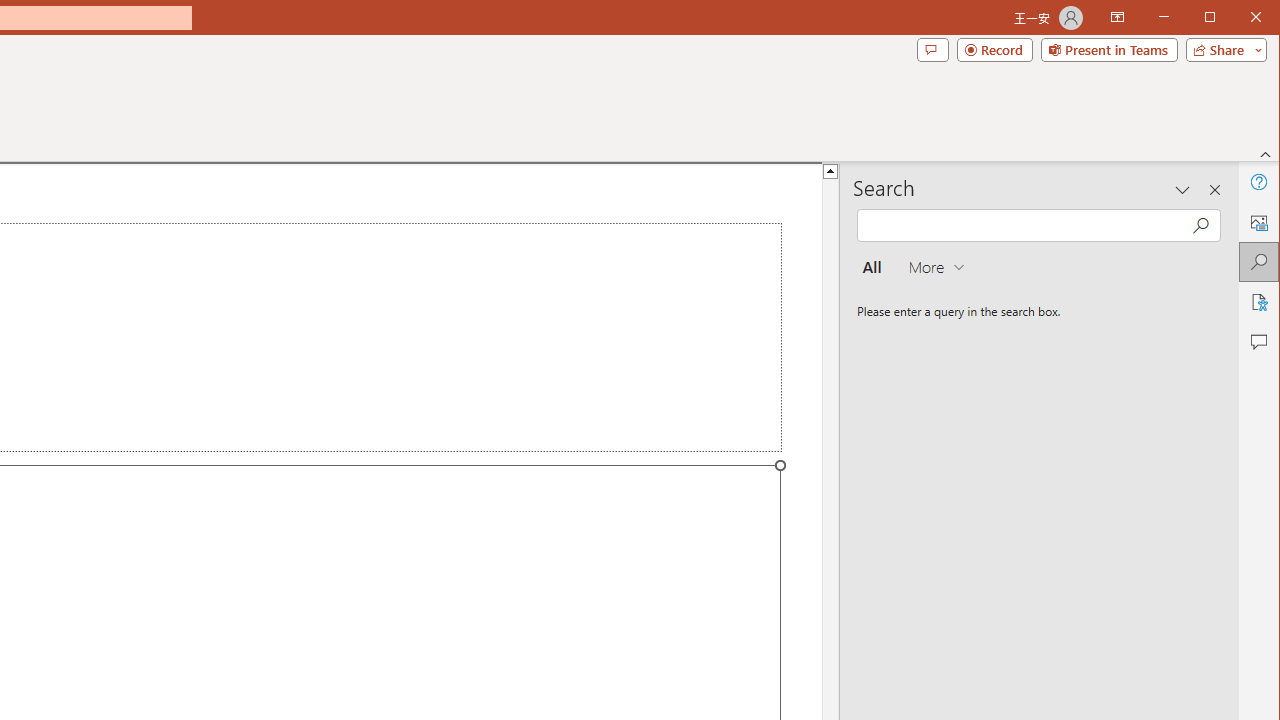 The width and height of the screenshot is (1280, 720). Describe the element at coordinates (1221, 49) in the screenshot. I see `'Share'` at that location.